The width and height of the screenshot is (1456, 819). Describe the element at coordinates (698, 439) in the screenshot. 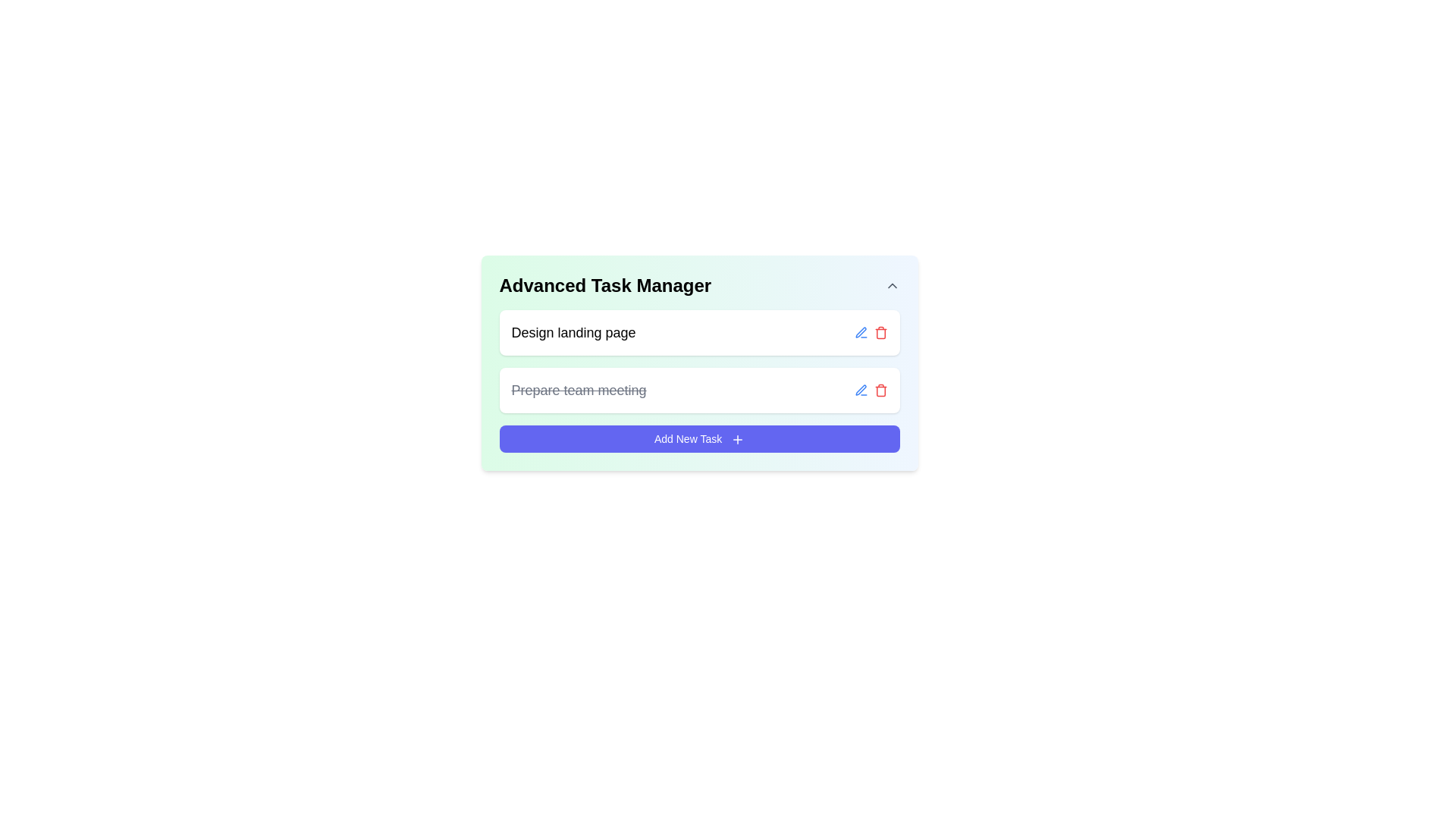

I see `the 'Add New Task' button, which is styled with white text on a blue background and includes a plus icon, located at the bottom of the card under the tasks 'Design landing page' and 'Prepare team meeting.'` at that location.